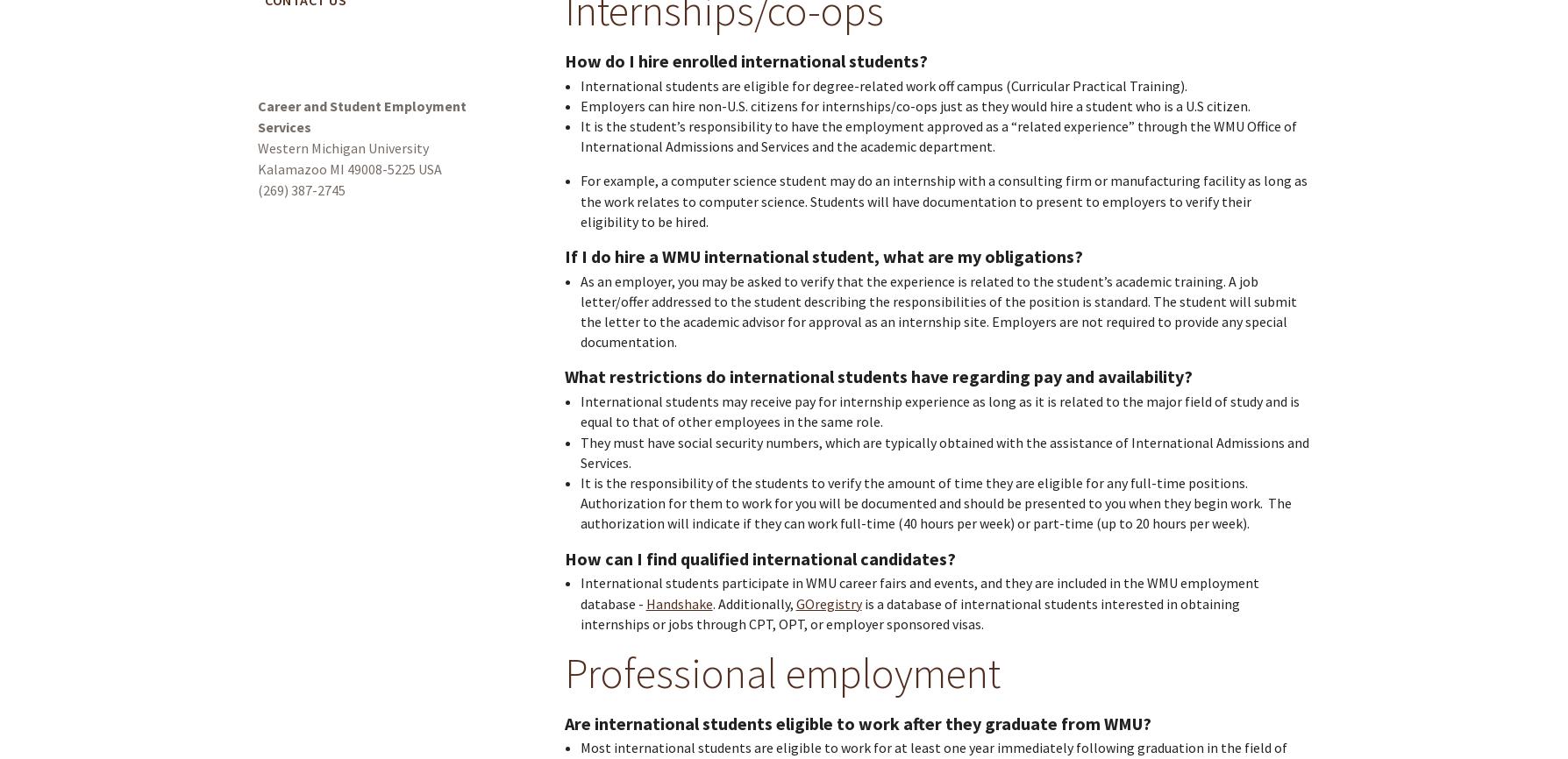 The width and height of the screenshot is (1568, 759). Describe the element at coordinates (935, 502) in the screenshot. I see `'It is the responsibility of the students to verify the amount of time they are eligible for any full-time positions.  Authorization for them to work for you will be documented and should be presented to you when they begin work.  The authorization will indicate if they can work full-time (40 hours per week) or part-time (up to 20 hours per week).'` at that location.